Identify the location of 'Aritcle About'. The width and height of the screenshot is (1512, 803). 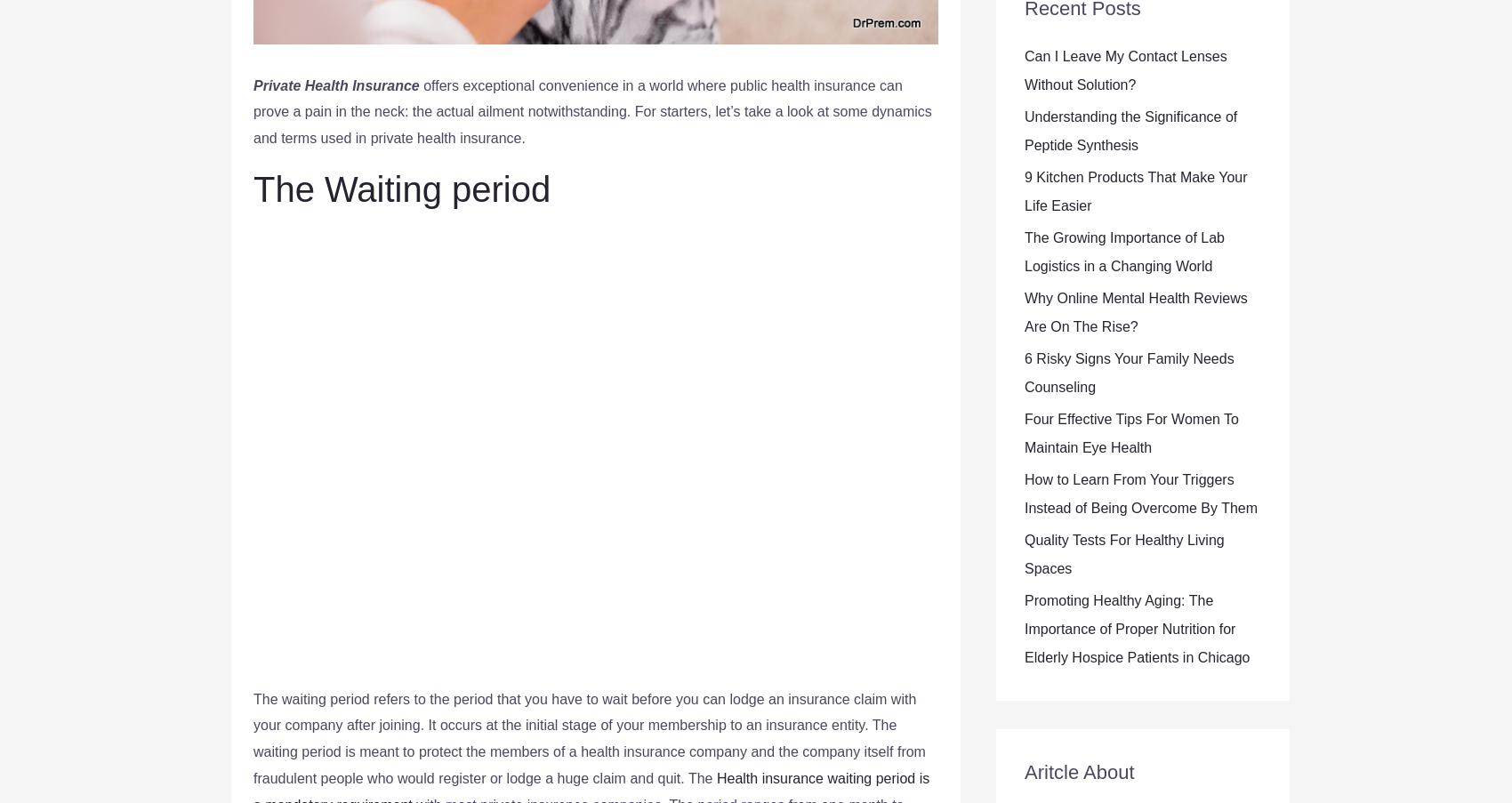
(1024, 772).